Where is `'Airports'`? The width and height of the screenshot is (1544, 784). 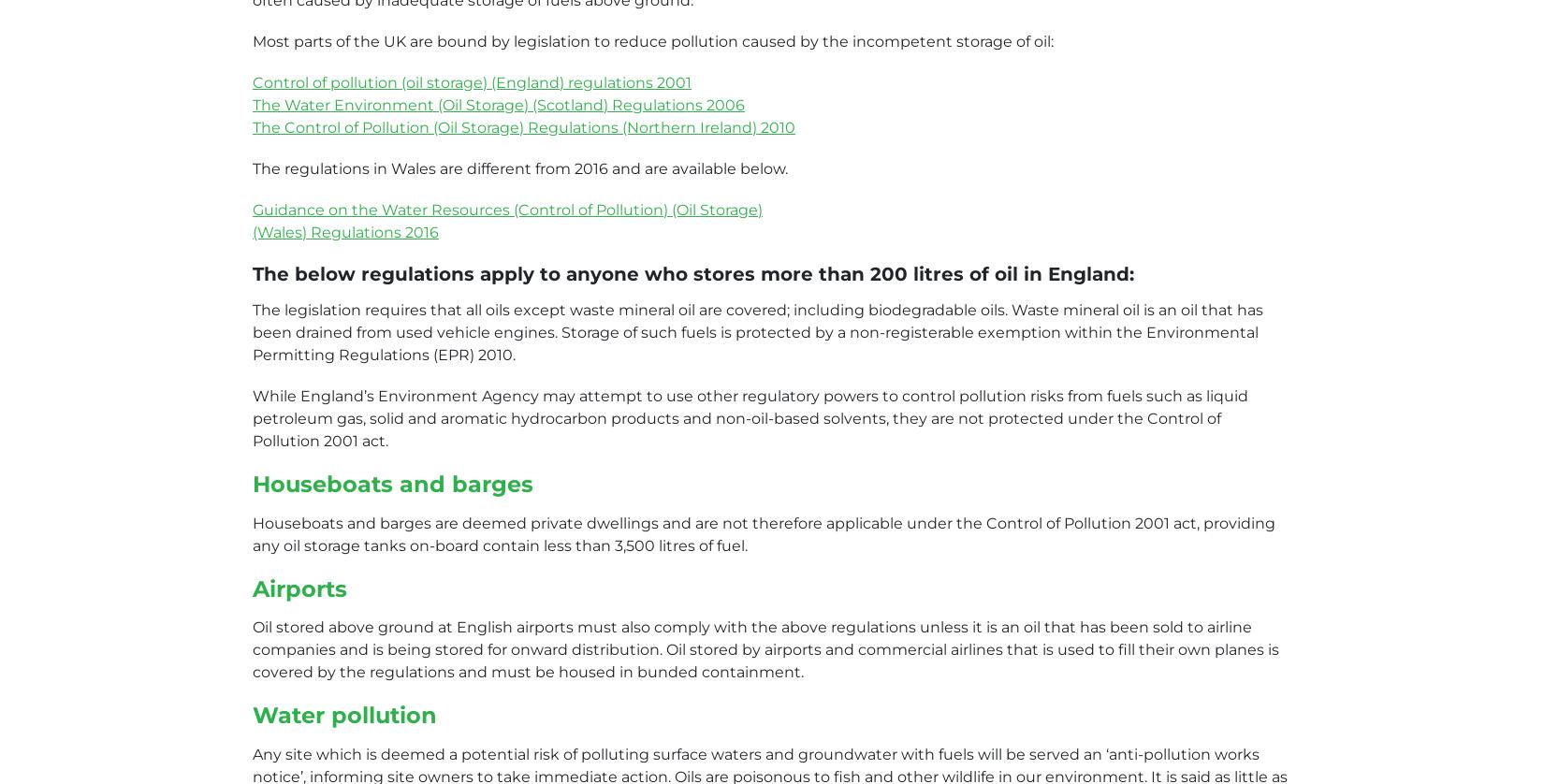
'Airports' is located at coordinates (299, 588).